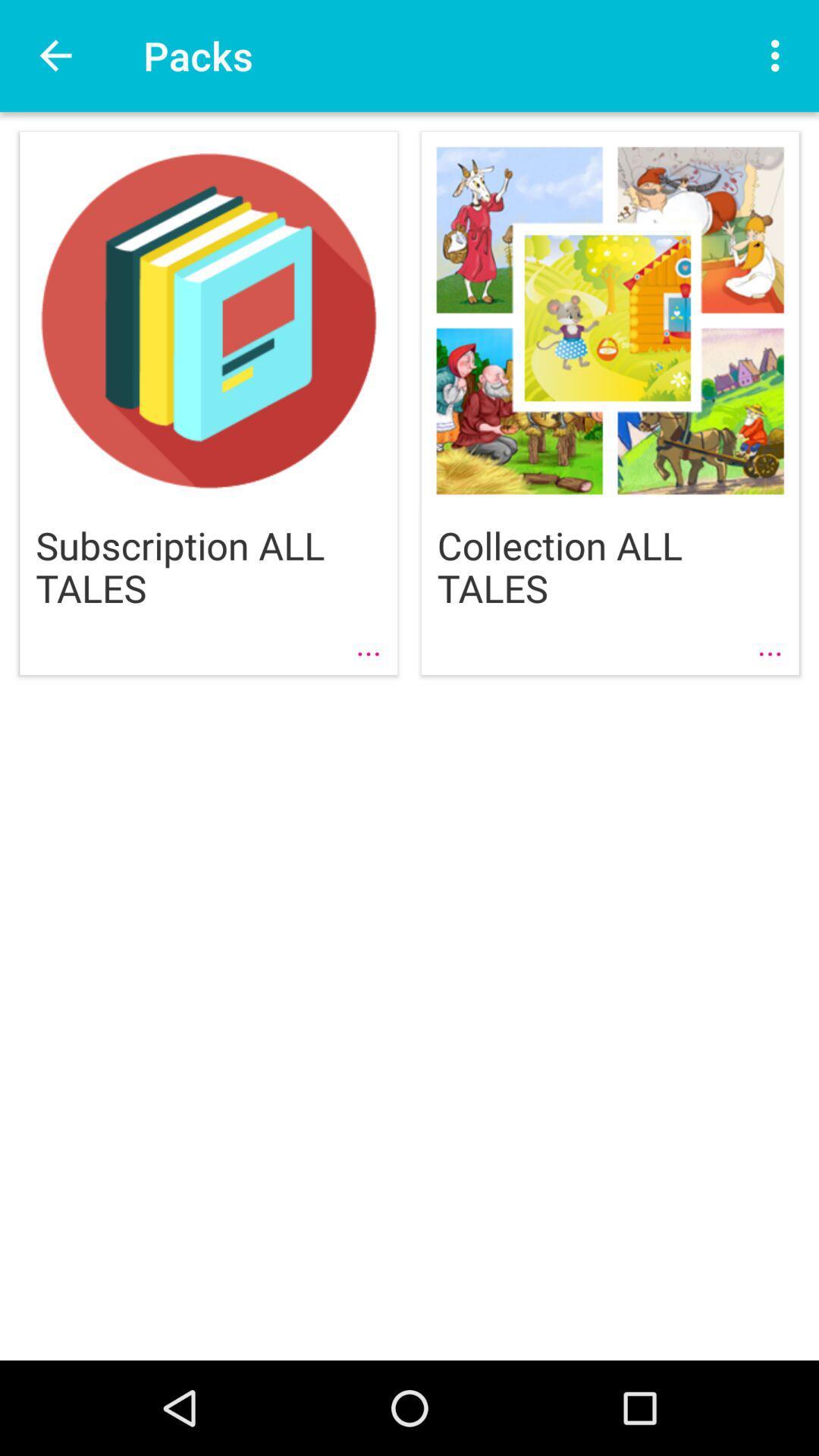  I want to click on the second image, so click(610, 403).